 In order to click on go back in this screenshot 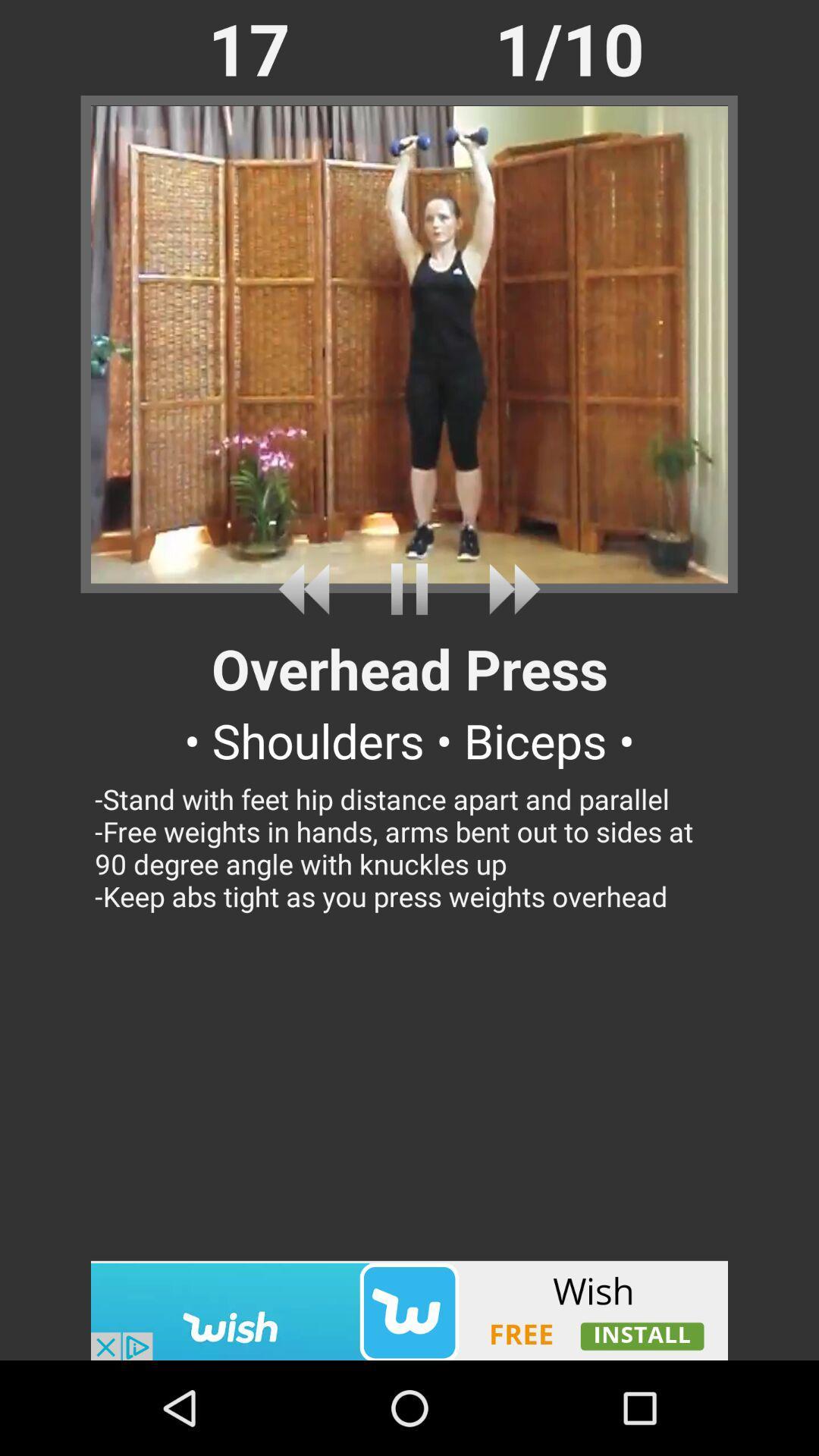, I will do `click(309, 588)`.